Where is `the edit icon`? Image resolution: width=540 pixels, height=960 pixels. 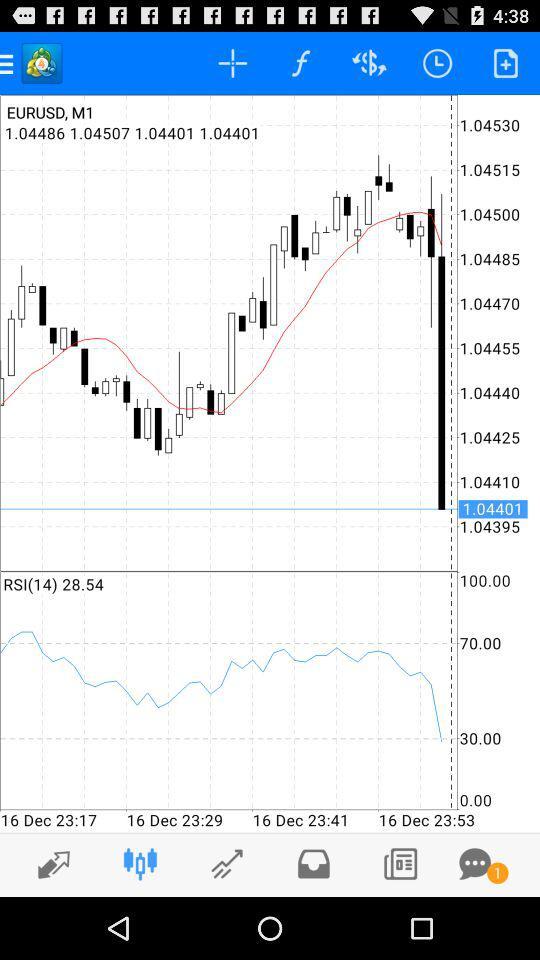 the edit icon is located at coordinates (226, 924).